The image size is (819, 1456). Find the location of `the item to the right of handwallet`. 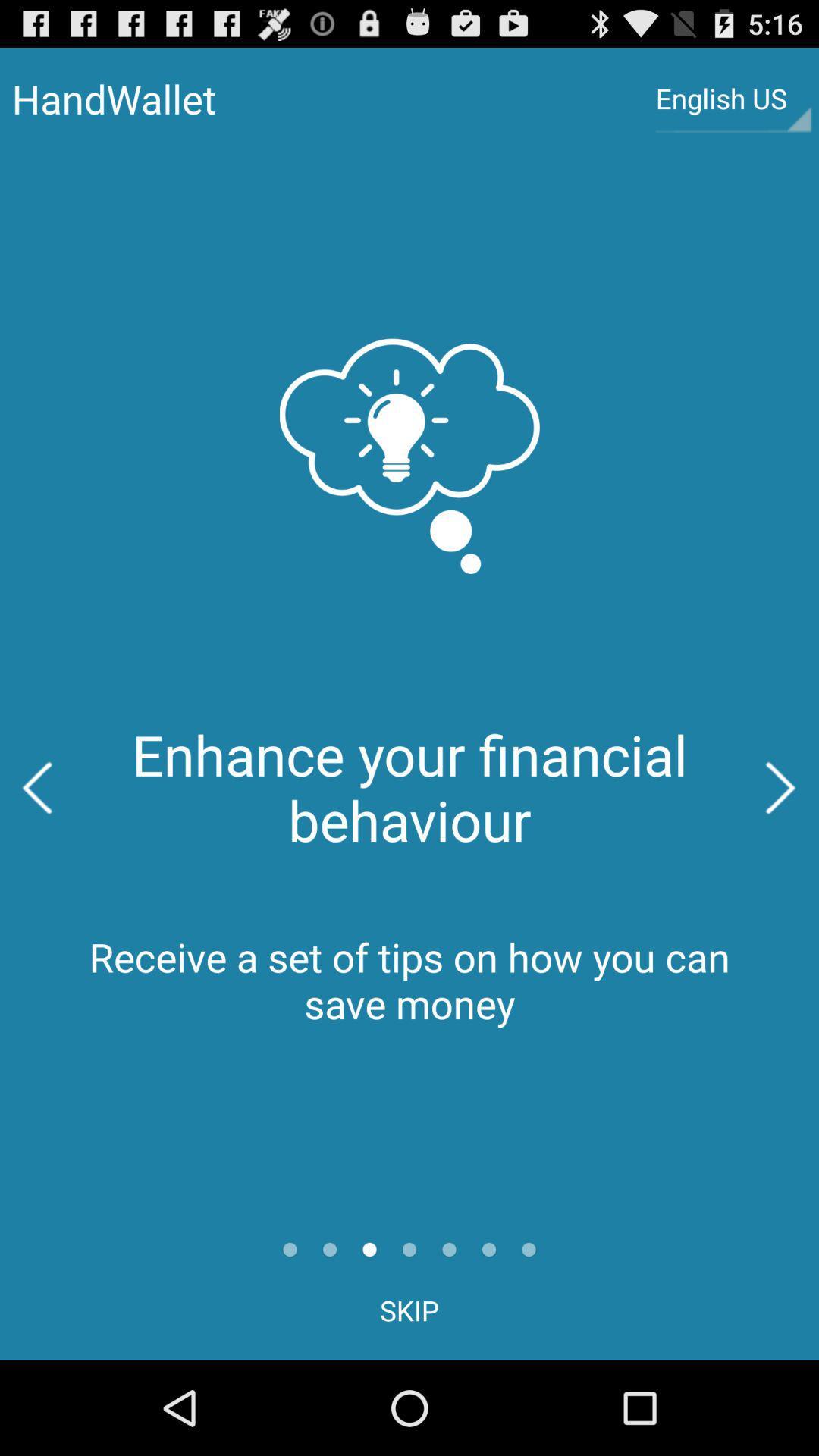

the item to the right of handwallet is located at coordinates (733, 98).